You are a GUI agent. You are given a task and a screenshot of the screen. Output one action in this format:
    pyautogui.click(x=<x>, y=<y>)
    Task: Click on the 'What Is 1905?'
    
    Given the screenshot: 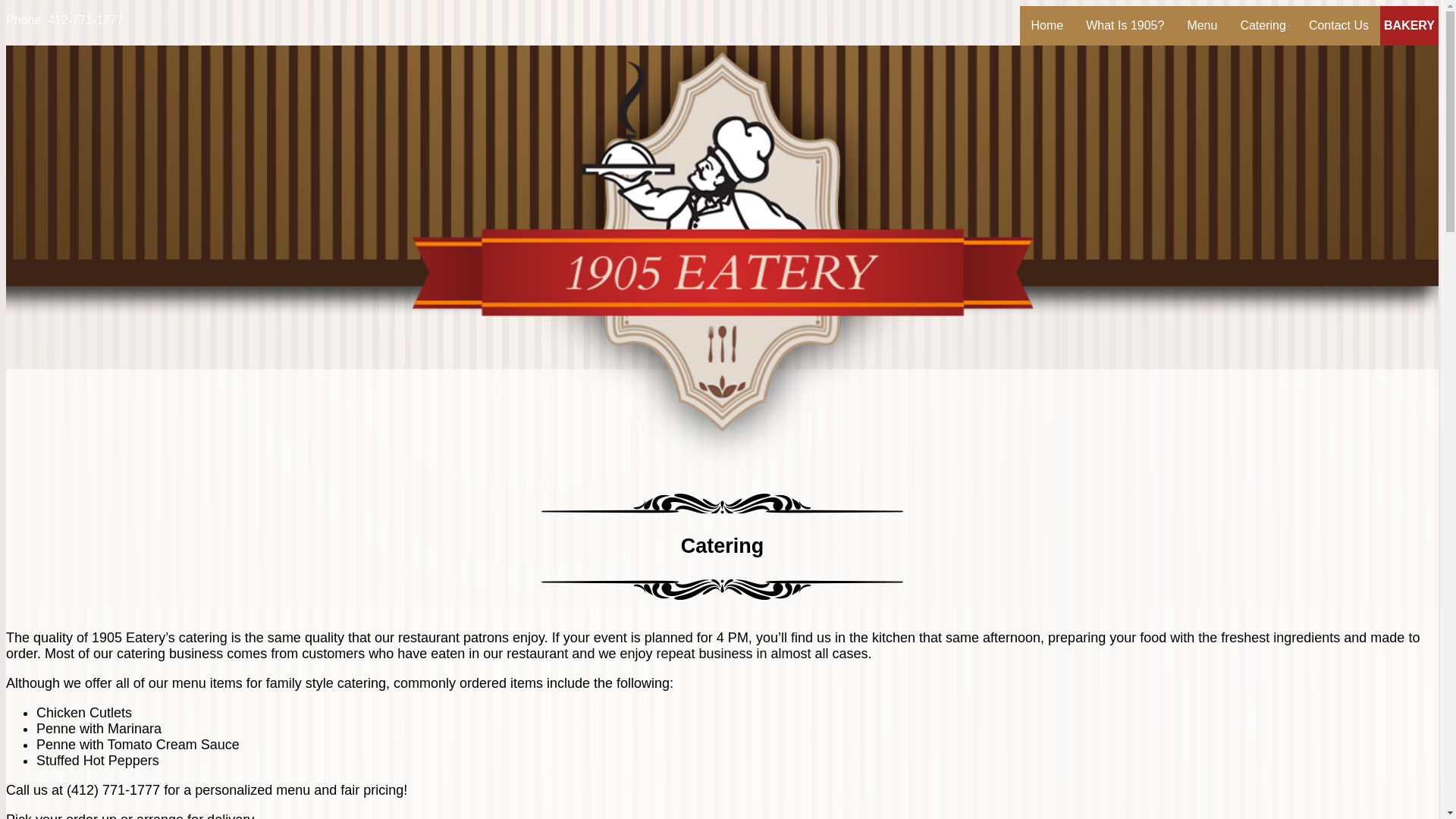 What is the action you would take?
    pyautogui.click(x=1125, y=26)
    